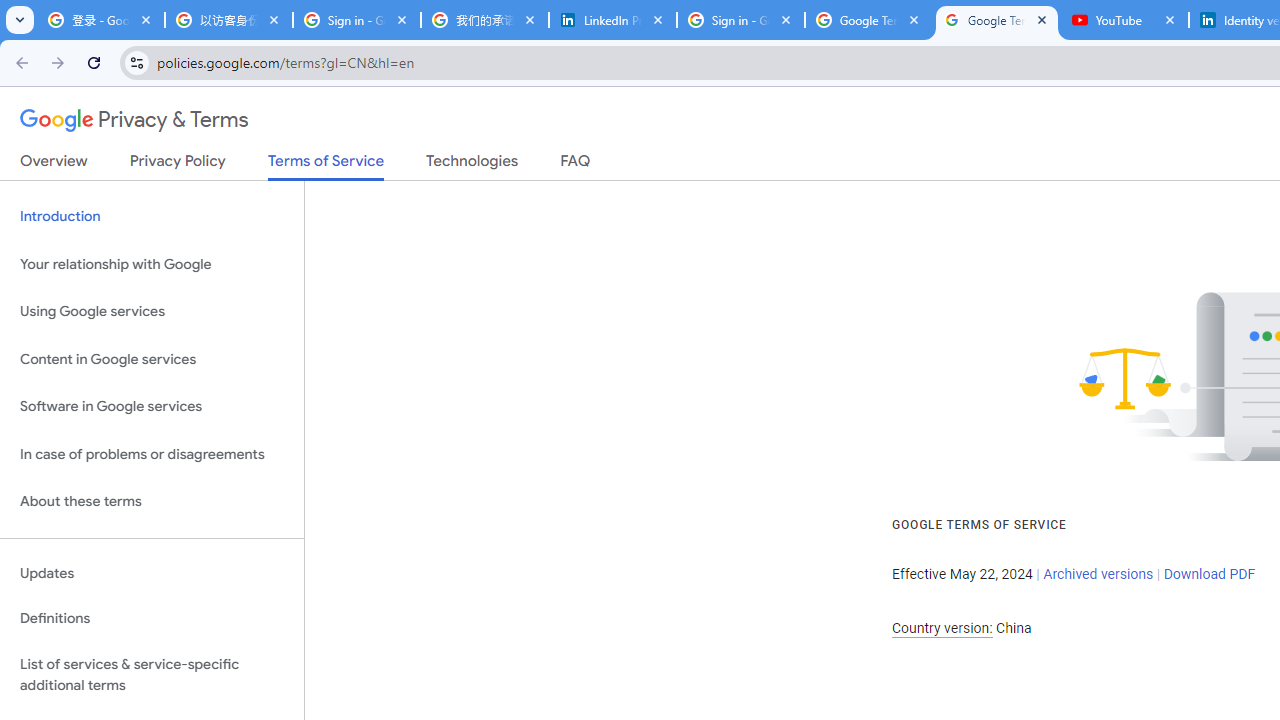  What do you see at coordinates (151, 618) in the screenshot?
I see `'Definitions'` at bounding box center [151, 618].